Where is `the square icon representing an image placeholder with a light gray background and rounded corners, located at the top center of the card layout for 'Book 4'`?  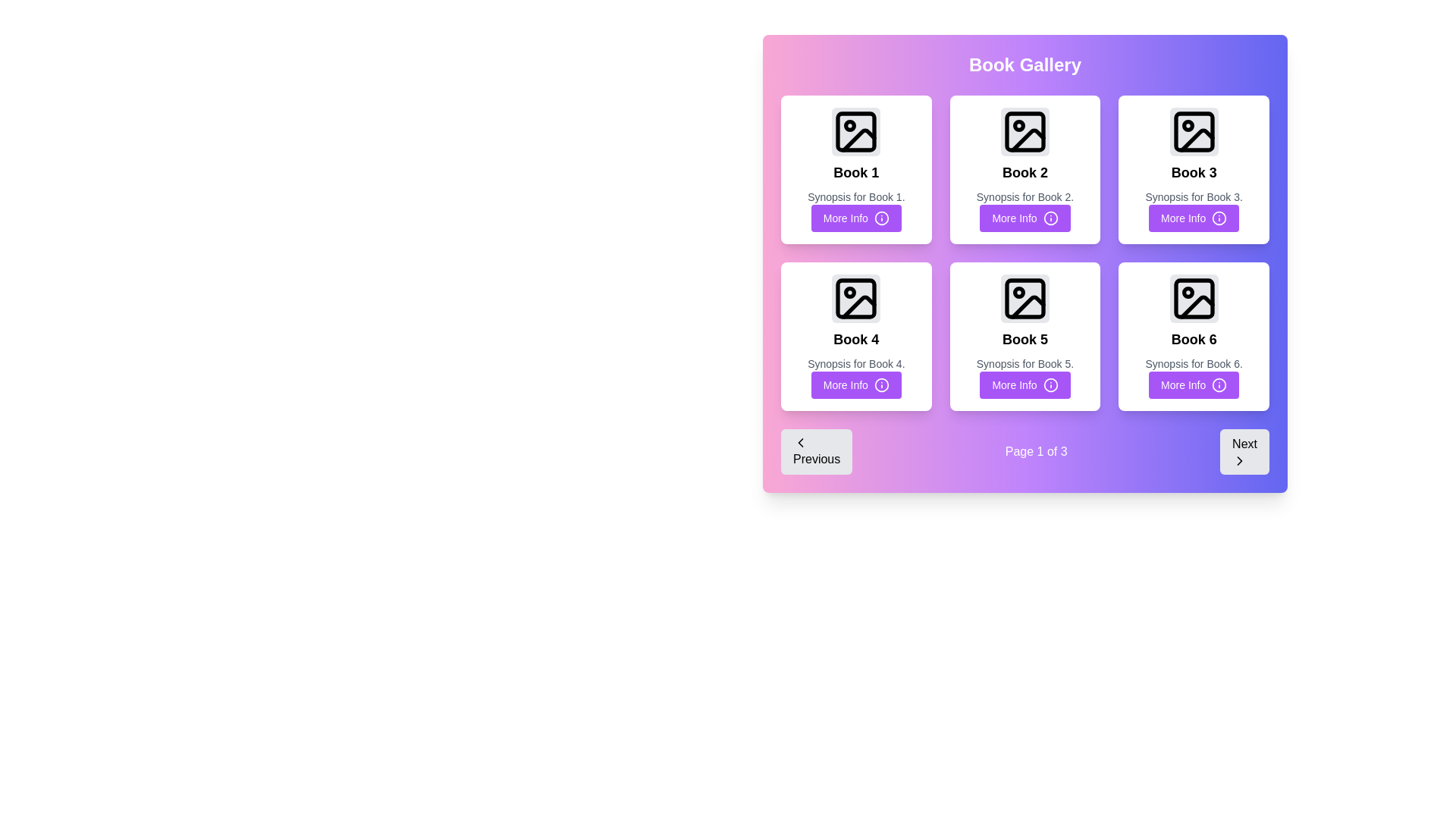 the square icon representing an image placeholder with a light gray background and rounded corners, located at the top center of the card layout for 'Book 4' is located at coordinates (856, 298).